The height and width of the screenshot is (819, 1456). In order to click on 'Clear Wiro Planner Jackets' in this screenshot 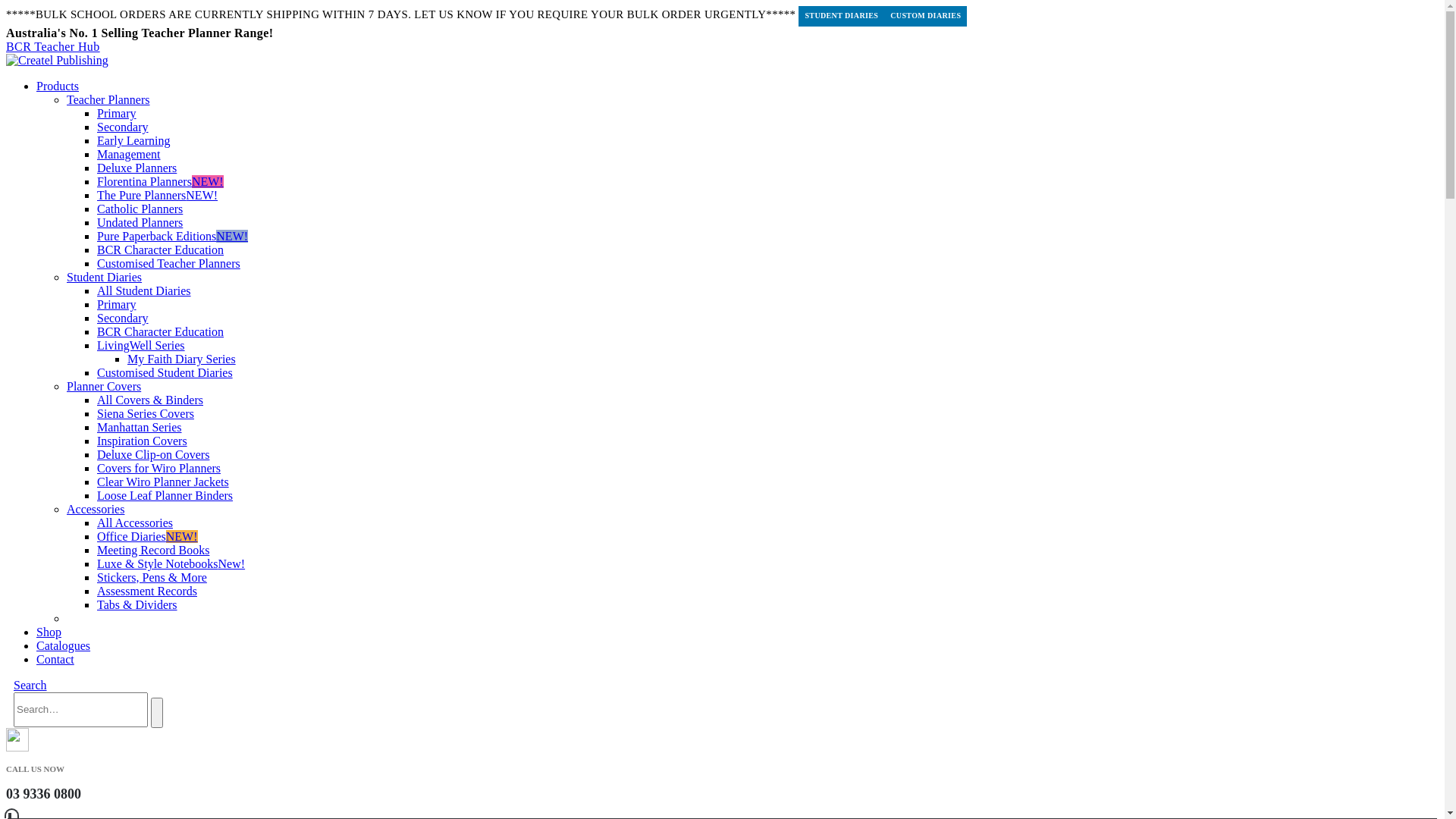, I will do `click(163, 482)`.